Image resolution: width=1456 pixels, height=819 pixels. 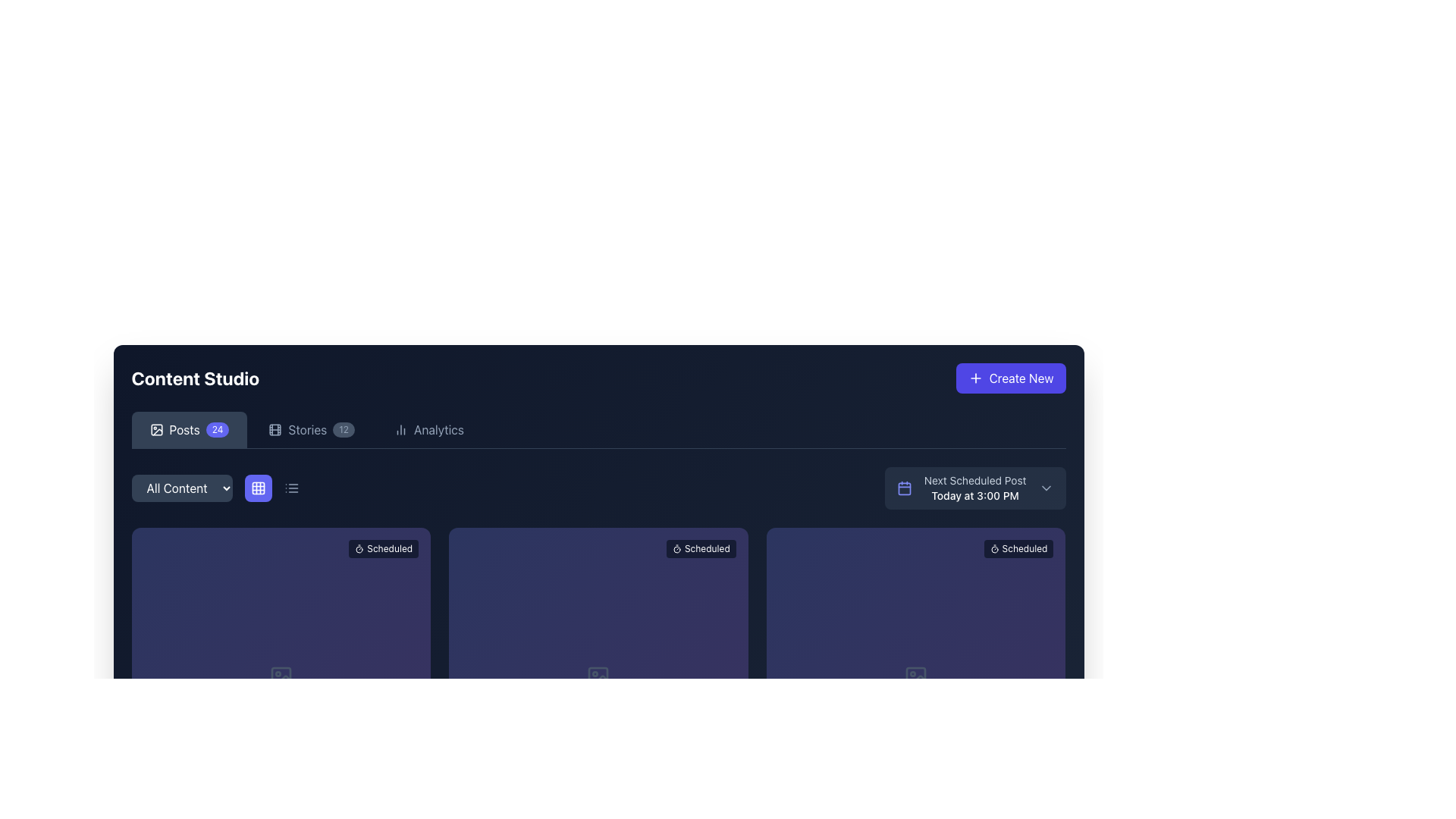 I want to click on the minimalist SVG icon representing an image or photo located at the bottom center of its grid cell, so click(x=598, y=676).